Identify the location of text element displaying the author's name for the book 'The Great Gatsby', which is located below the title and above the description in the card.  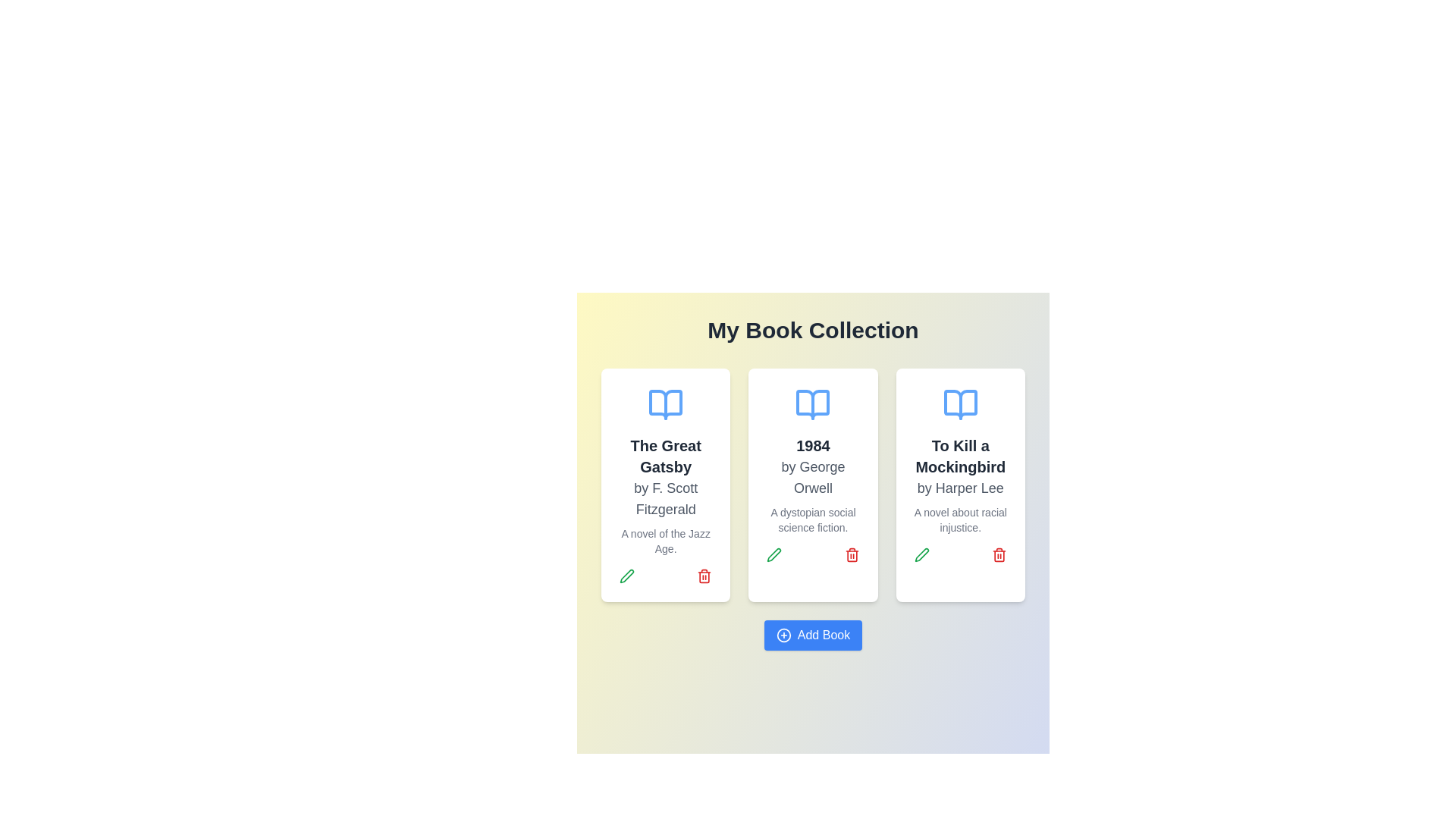
(666, 499).